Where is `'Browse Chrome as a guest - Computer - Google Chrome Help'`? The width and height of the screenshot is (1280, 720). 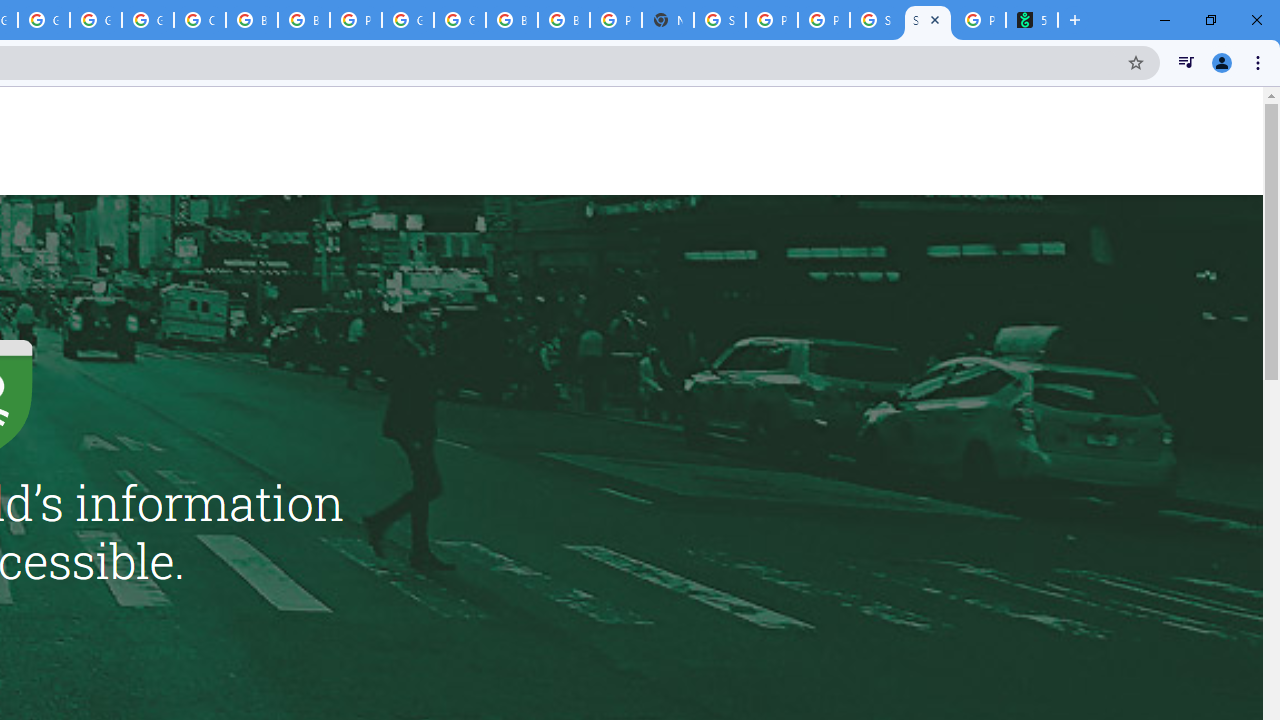 'Browse Chrome as a guest - Computer - Google Chrome Help' is located at coordinates (251, 20).